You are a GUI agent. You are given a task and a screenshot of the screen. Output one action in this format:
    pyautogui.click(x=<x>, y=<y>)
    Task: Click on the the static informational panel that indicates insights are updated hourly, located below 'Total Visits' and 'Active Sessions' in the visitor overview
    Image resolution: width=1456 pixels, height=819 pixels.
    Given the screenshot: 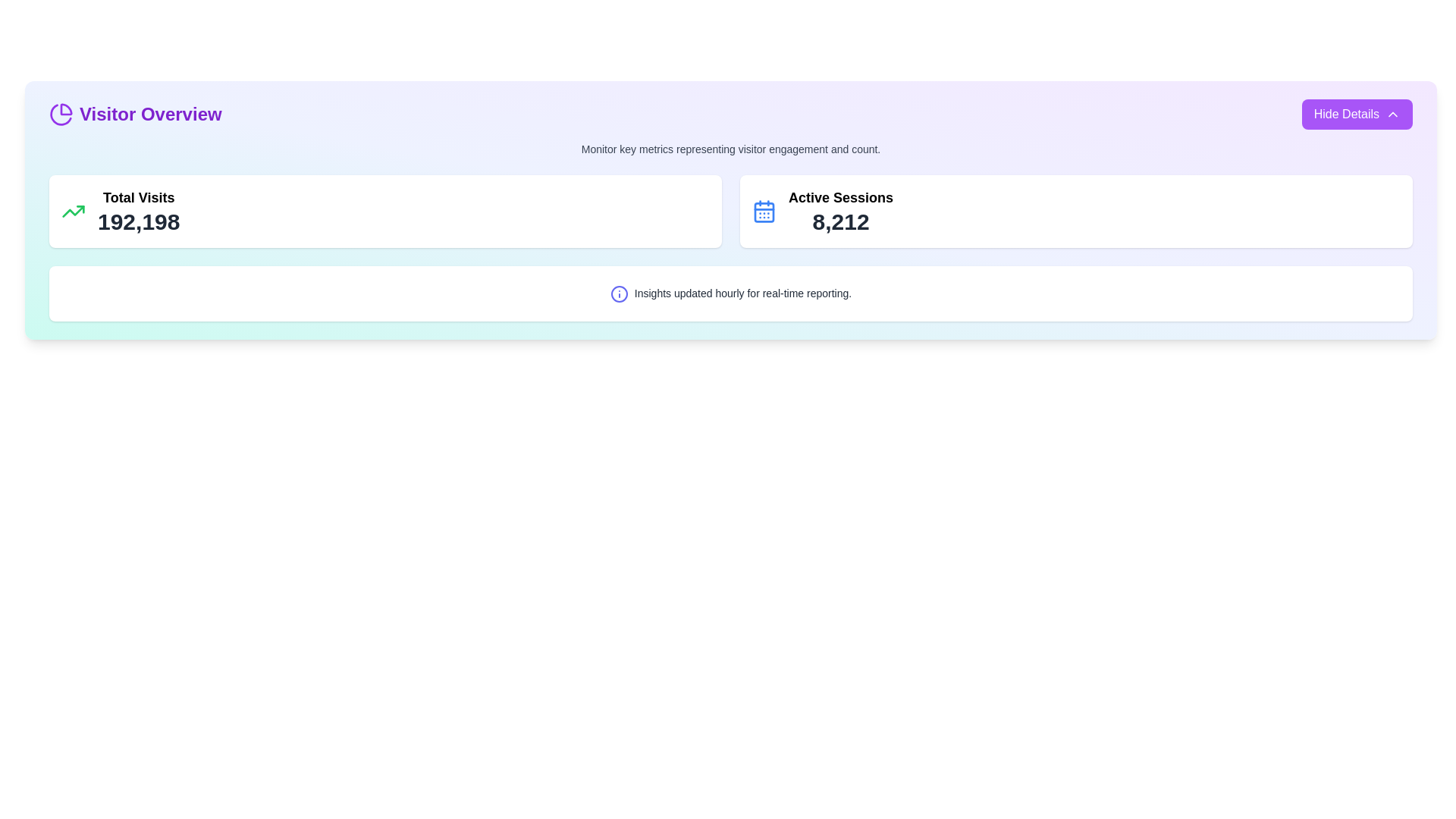 What is the action you would take?
    pyautogui.click(x=731, y=293)
    